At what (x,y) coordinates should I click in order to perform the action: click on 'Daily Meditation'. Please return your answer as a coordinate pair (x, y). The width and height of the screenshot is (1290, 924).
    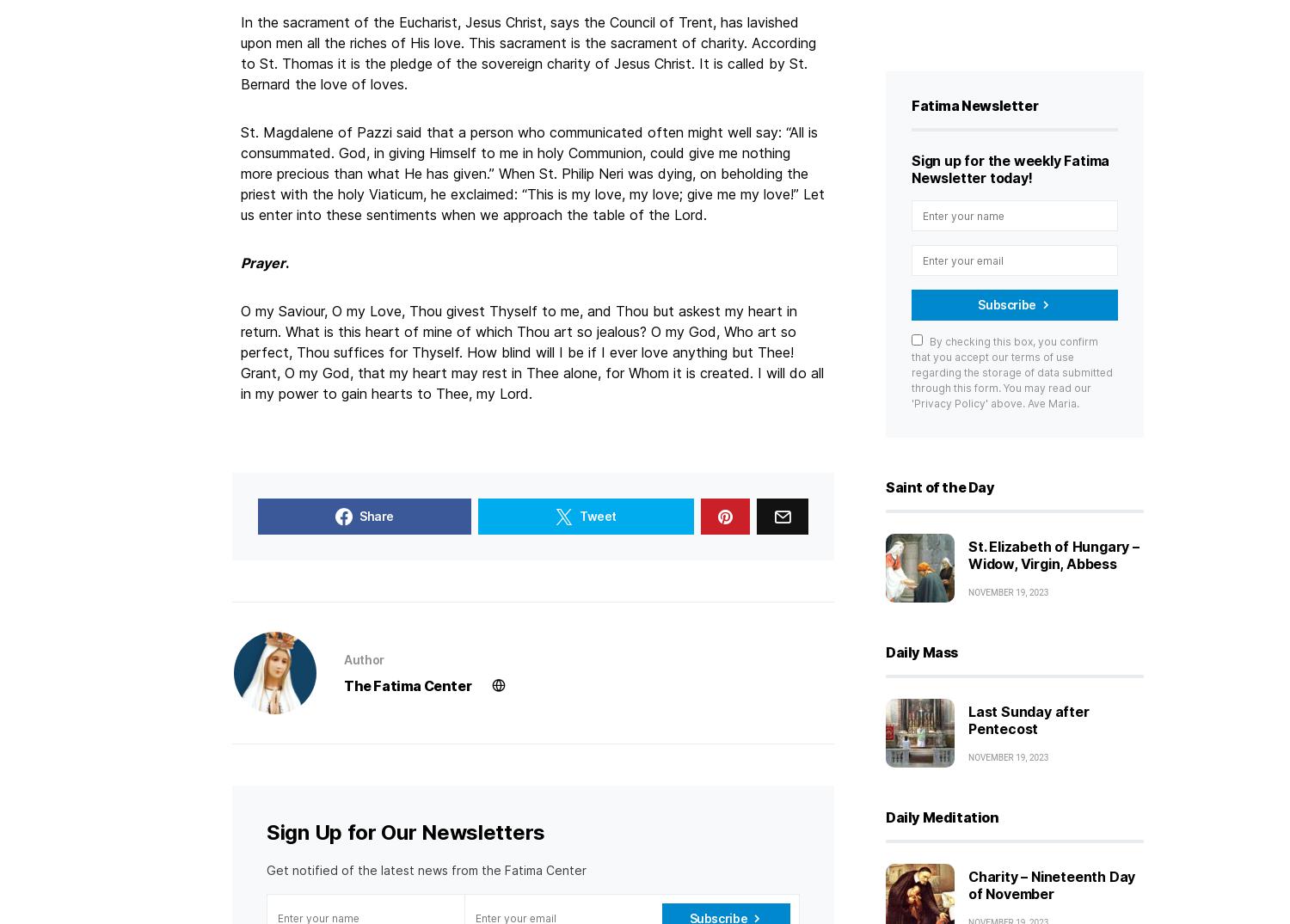
    Looking at the image, I should click on (941, 817).